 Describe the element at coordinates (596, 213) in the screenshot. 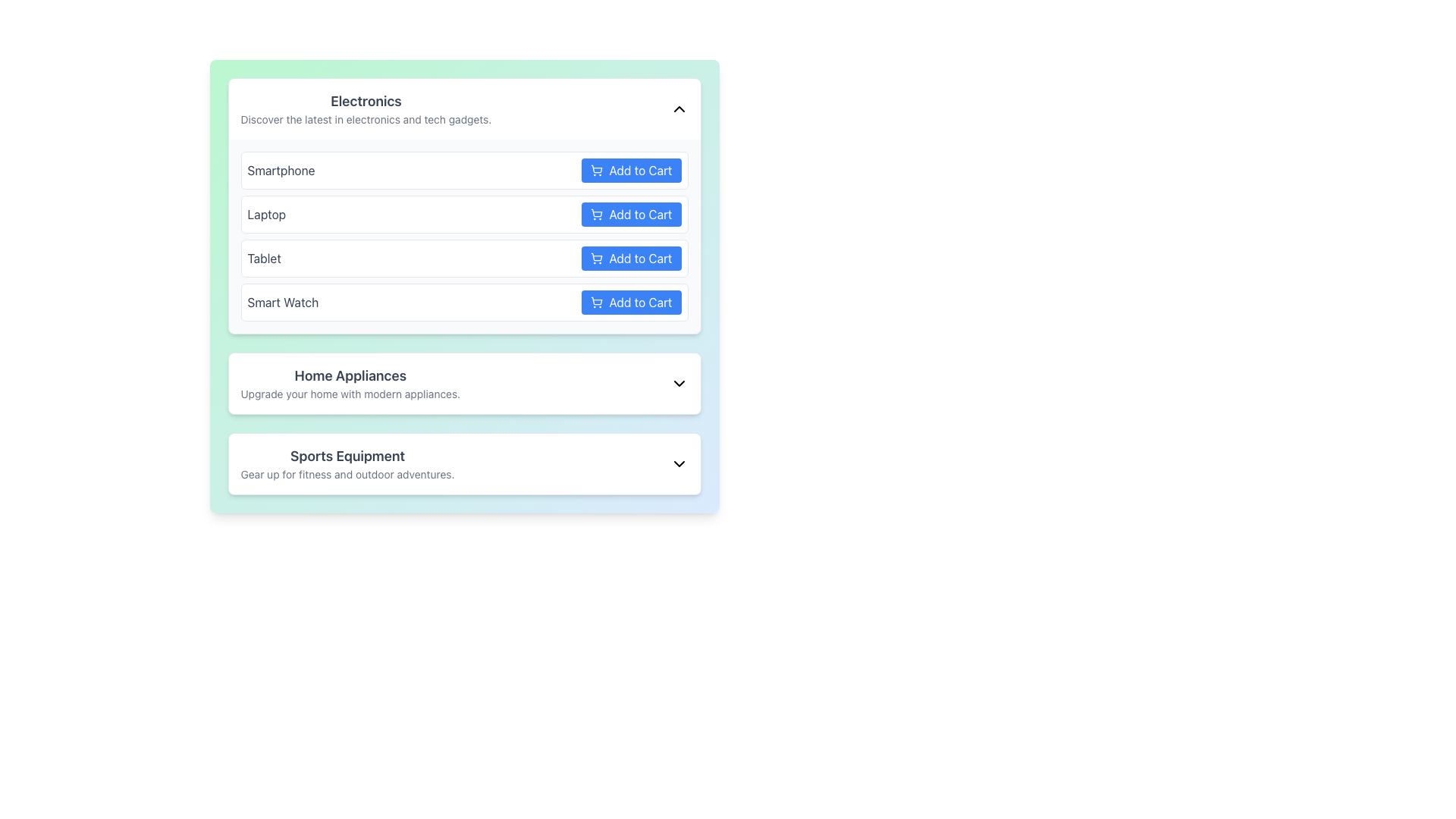

I see `the 'Add to Cart' icon located to the left of the button text for the second product ('Laptop') in the 'Electronics' category` at that location.